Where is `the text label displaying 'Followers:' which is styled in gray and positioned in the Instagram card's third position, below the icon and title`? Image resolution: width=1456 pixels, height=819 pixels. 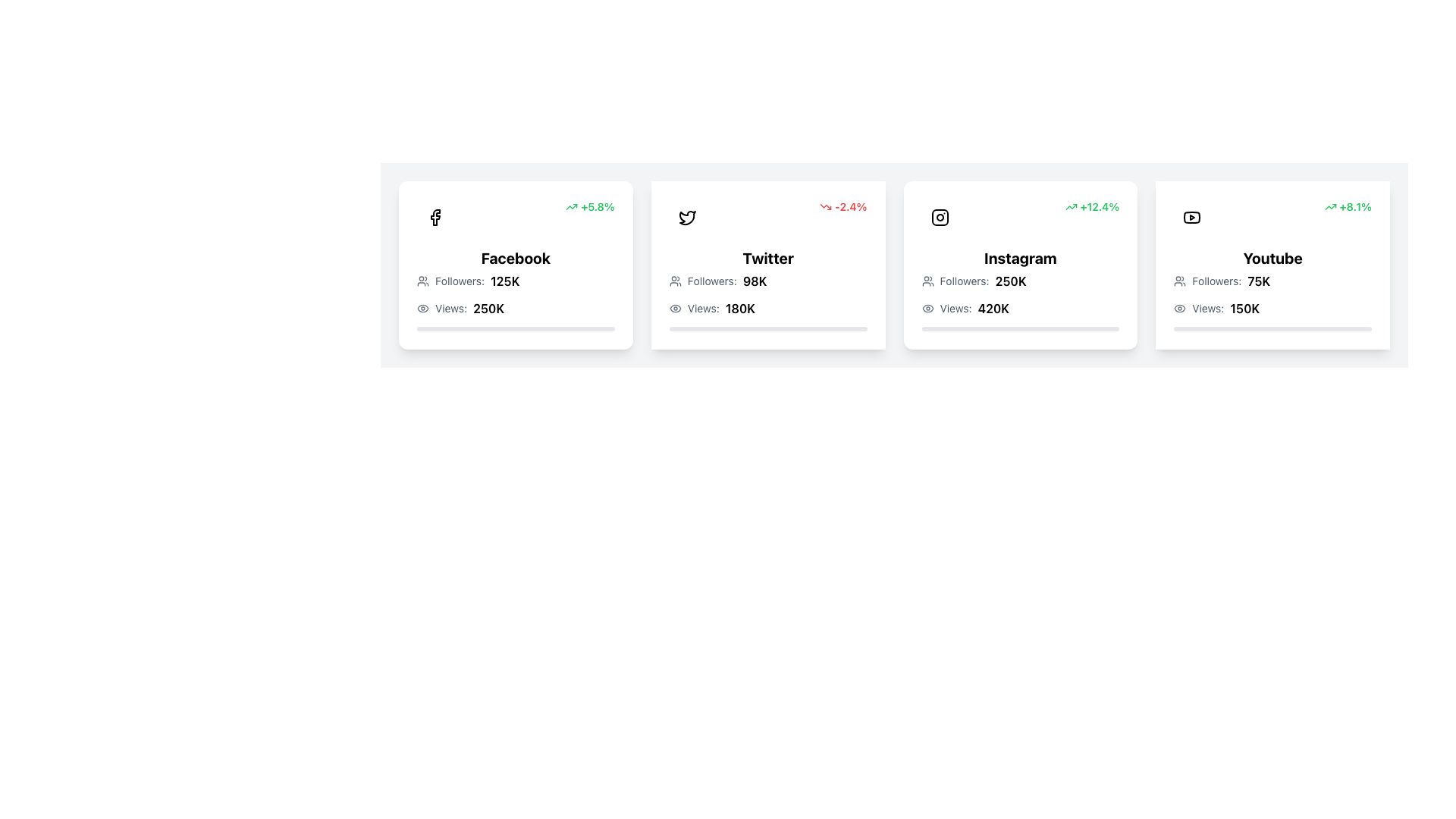 the text label displaying 'Followers:' which is styled in gray and positioned in the Instagram card's third position, below the icon and title is located at coordinates (964, 281).